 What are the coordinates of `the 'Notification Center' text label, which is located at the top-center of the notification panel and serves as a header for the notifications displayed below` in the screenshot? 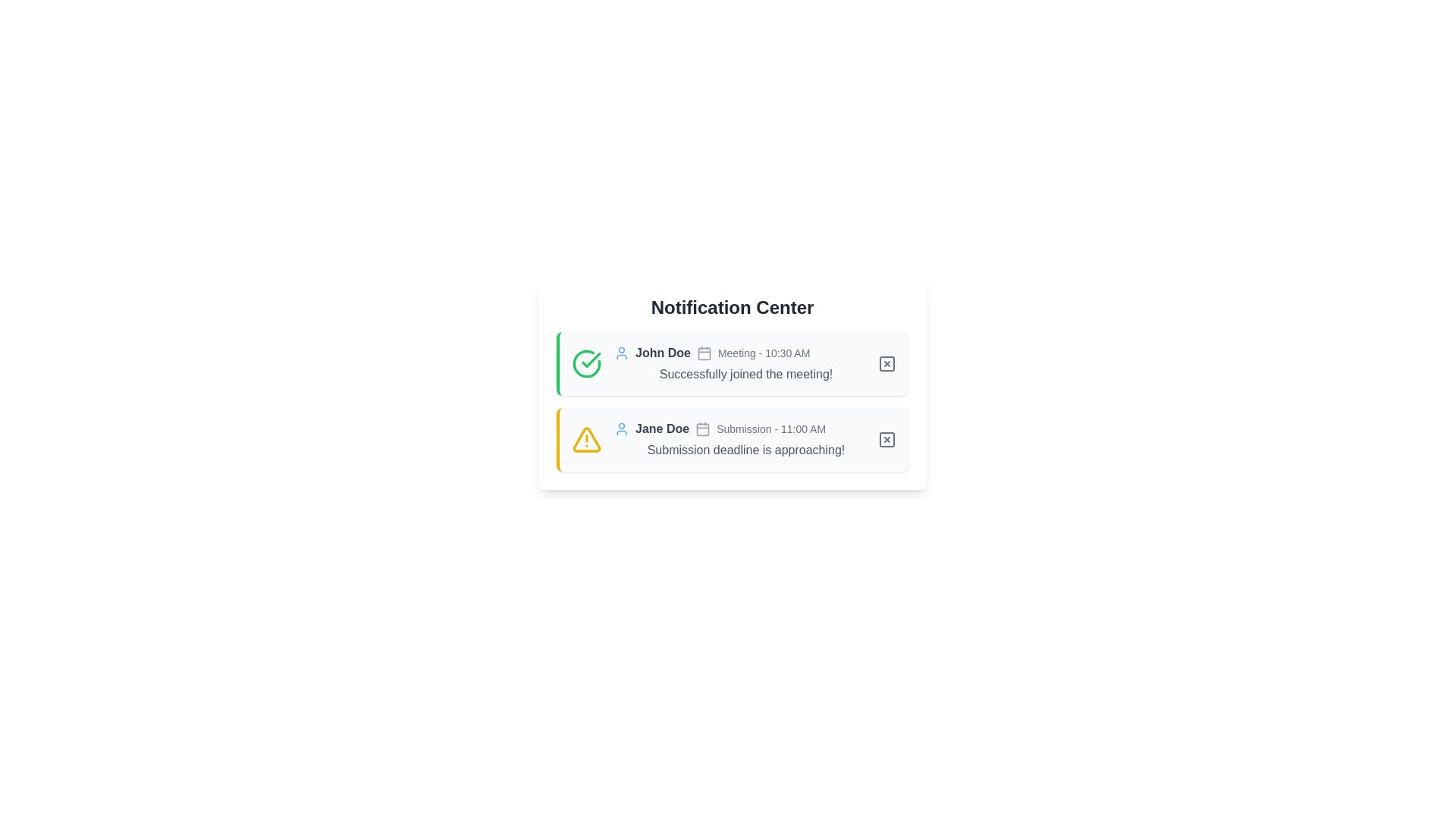 It's located at (732, 307).